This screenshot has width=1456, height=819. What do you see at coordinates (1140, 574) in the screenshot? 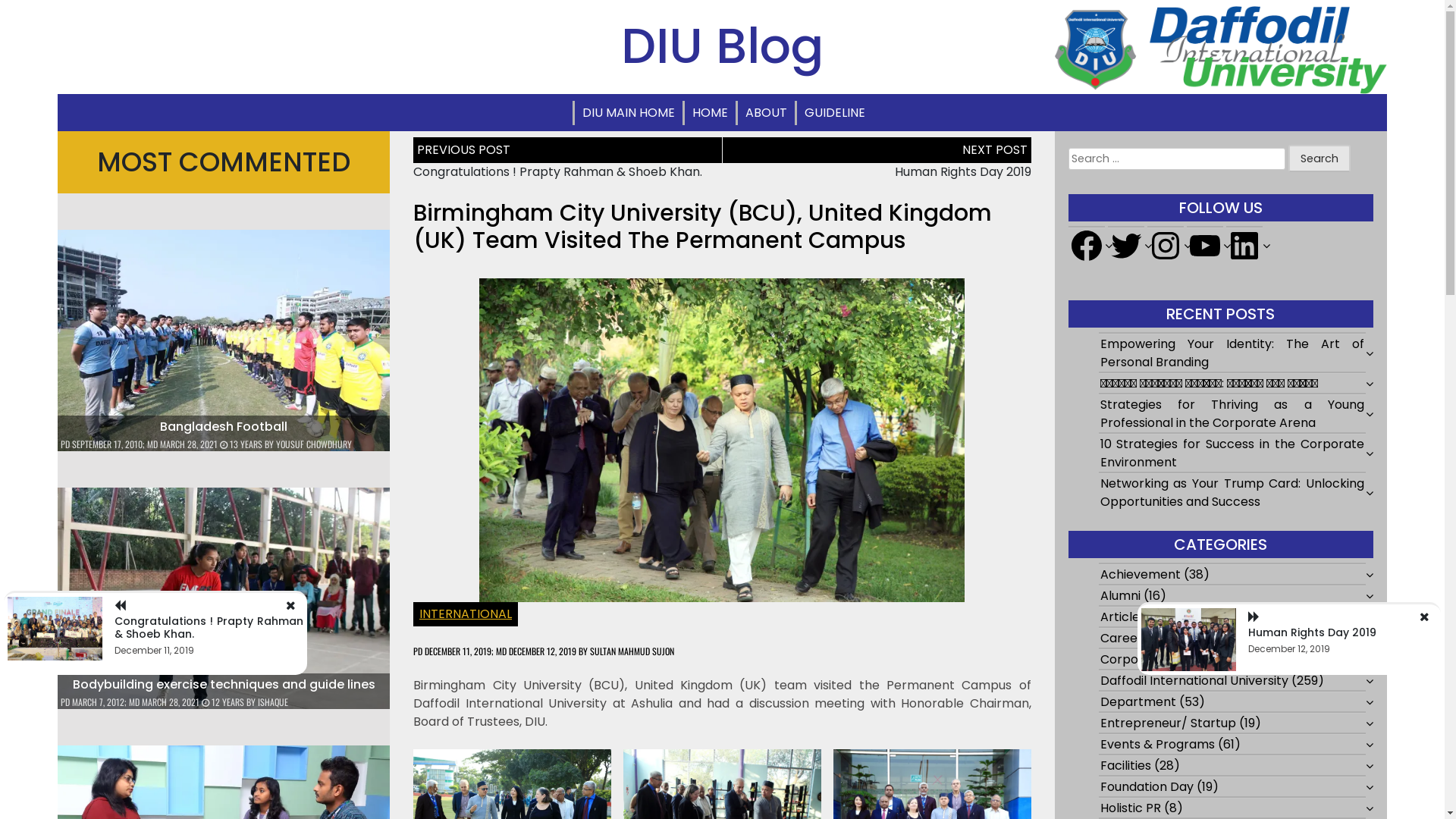
I see `'Achievement'` at bounding box center [1140, 574].